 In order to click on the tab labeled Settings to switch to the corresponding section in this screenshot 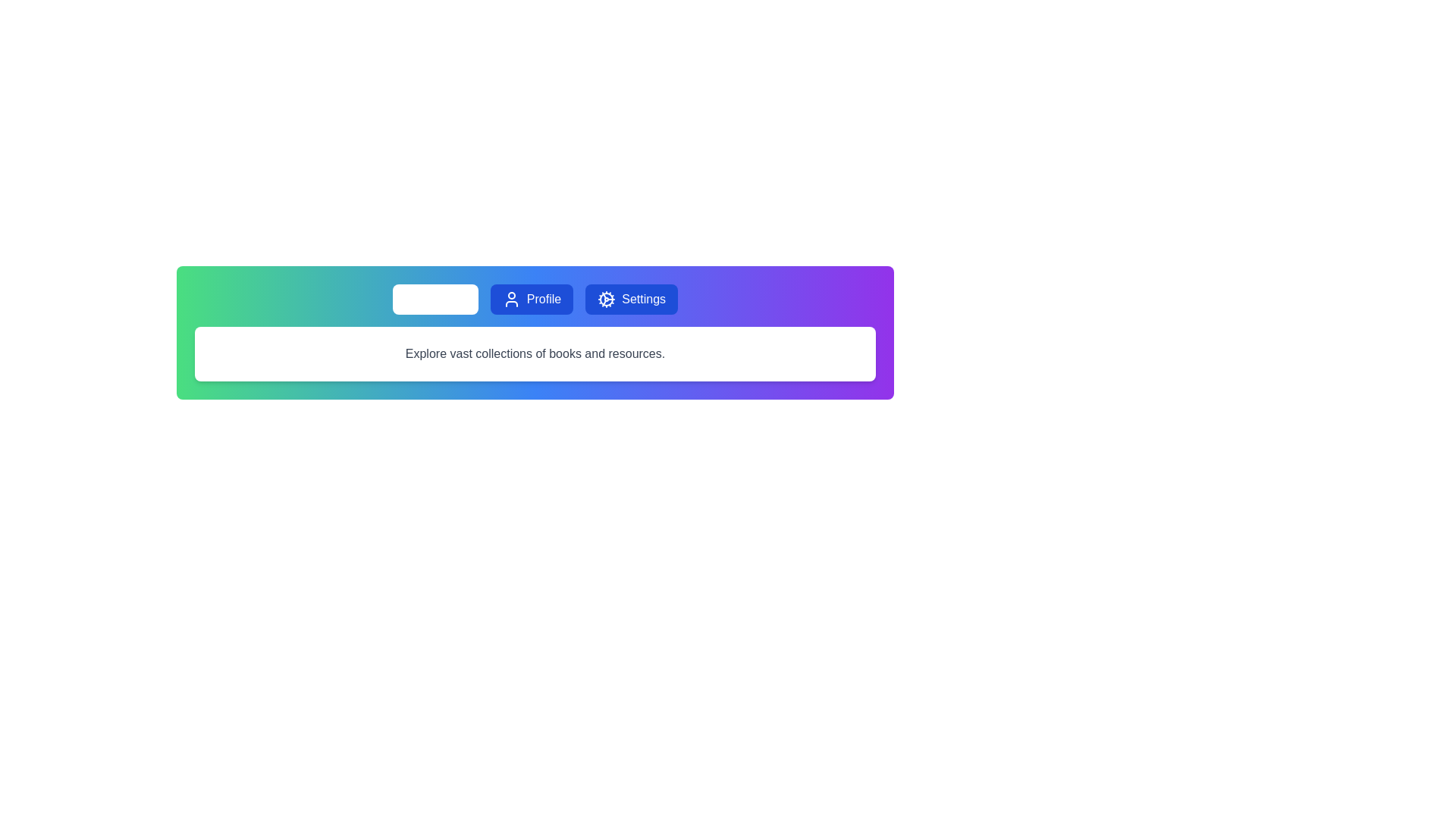, I will do `click(632, 299)`.